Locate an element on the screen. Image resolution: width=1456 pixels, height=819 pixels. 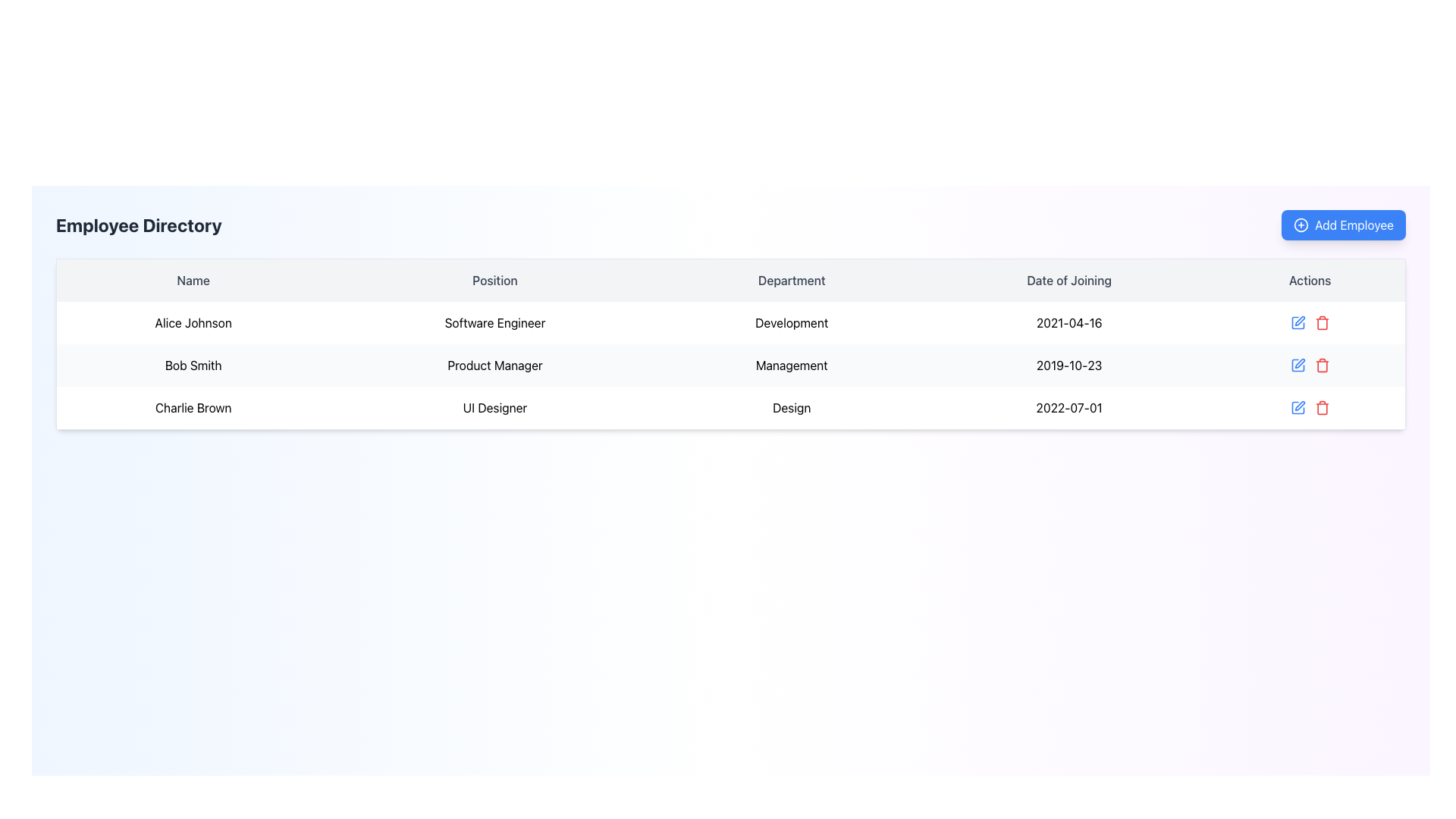
the trash icon in the actions column for the user entry labeled 'Bob Smith' is located at coordinates (1309, 366).